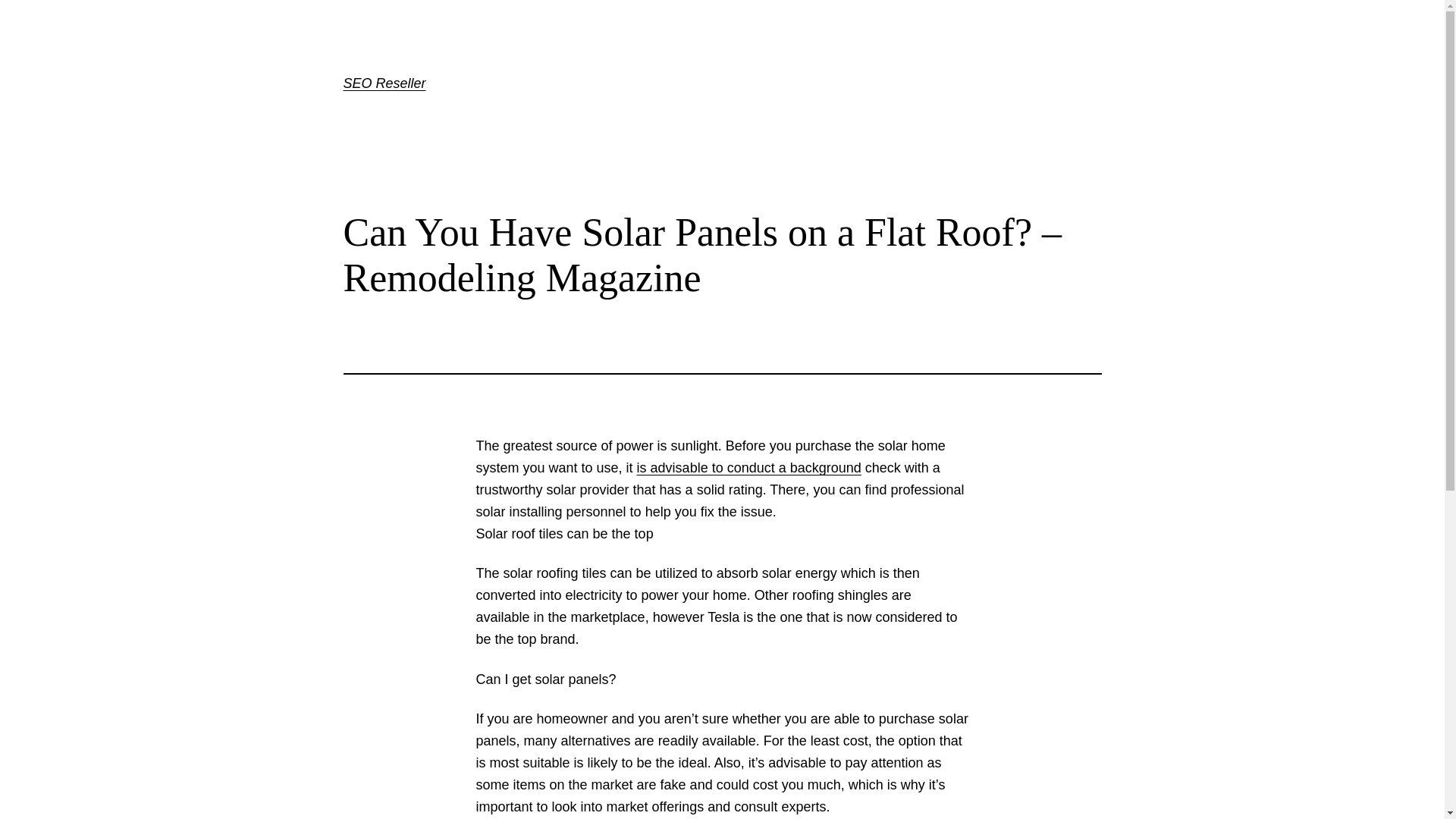 This screenshot has width=1456, height=819. I want to click on 'is advisable to conduct a background', so click(749, 467).